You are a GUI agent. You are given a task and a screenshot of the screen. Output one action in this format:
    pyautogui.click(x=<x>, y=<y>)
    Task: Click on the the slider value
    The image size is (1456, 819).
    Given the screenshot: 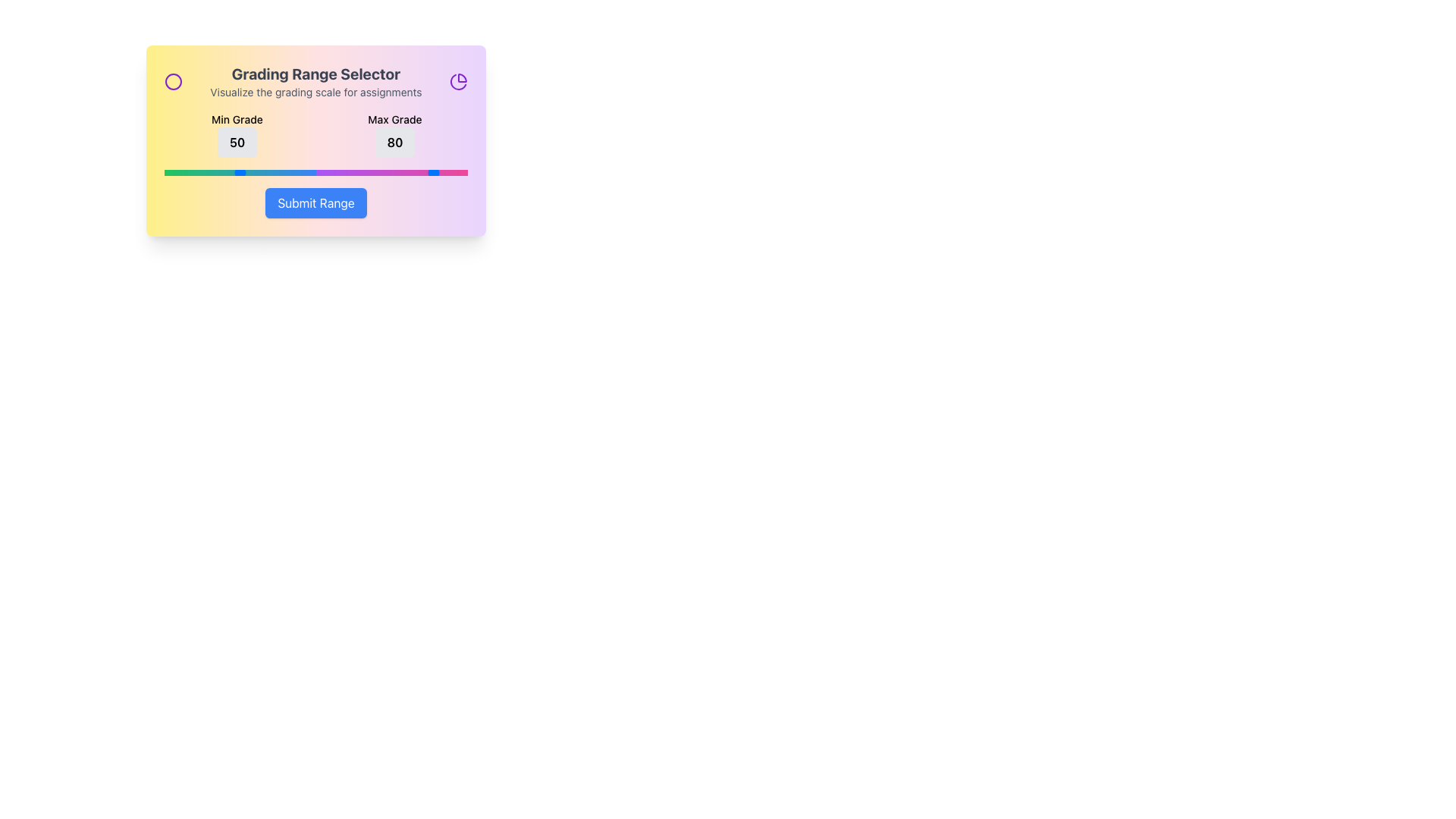 What is the action you would take?
    pyautogui.click(x=329, y=171)
    